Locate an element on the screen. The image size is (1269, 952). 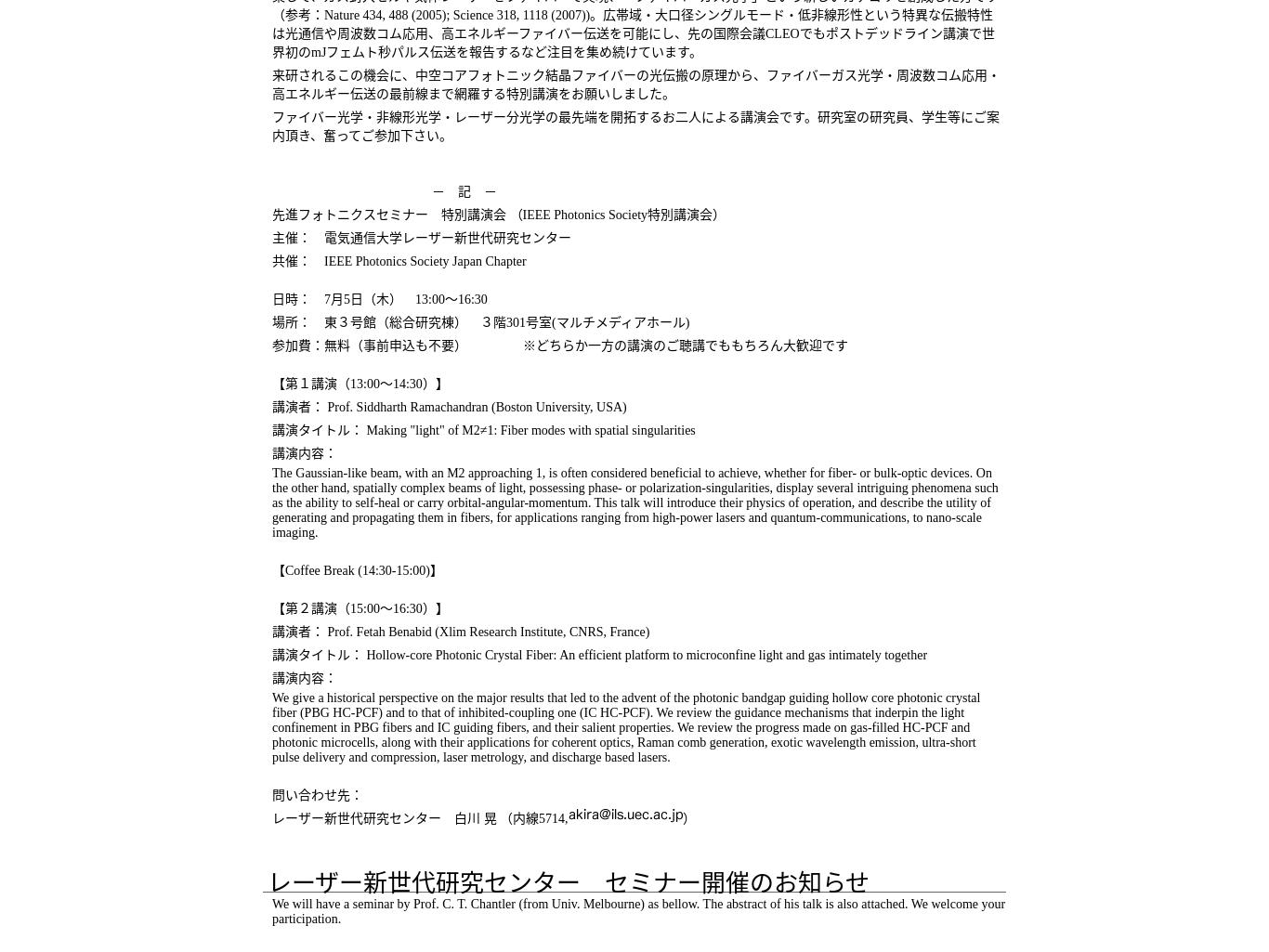
'講演タイトル： Making "light" of M2≠1: Fiber modes with spatial singularities' is located at coordinates (483, 429).